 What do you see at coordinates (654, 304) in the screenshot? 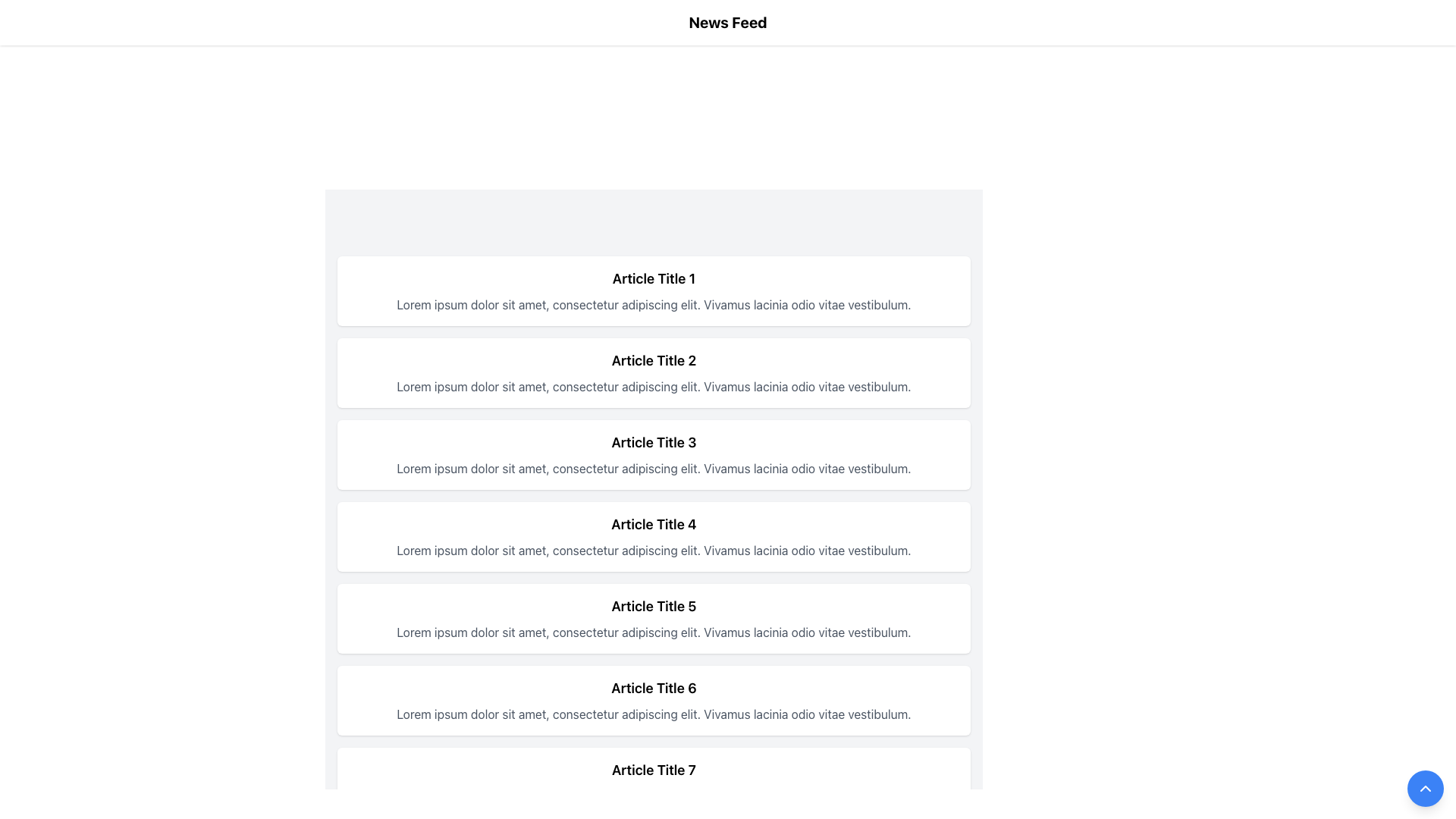
I see `the descriptive text element for the article identified by the title 'Article Title 1', located in the top section of the vertical list of card-like containers` at bounding box center [654, 304].